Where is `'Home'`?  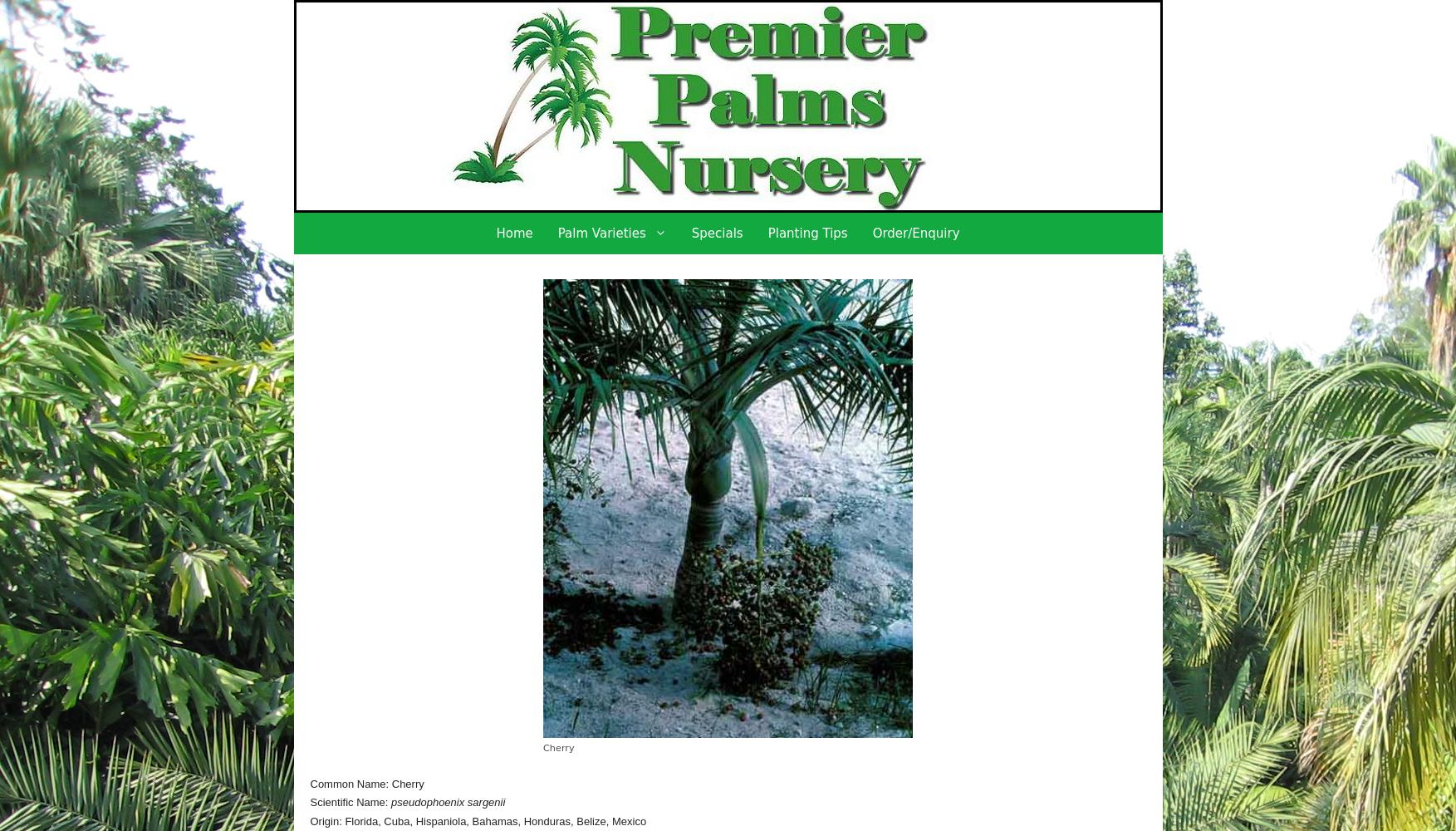 'Home' is located at coordinates (495, 234).